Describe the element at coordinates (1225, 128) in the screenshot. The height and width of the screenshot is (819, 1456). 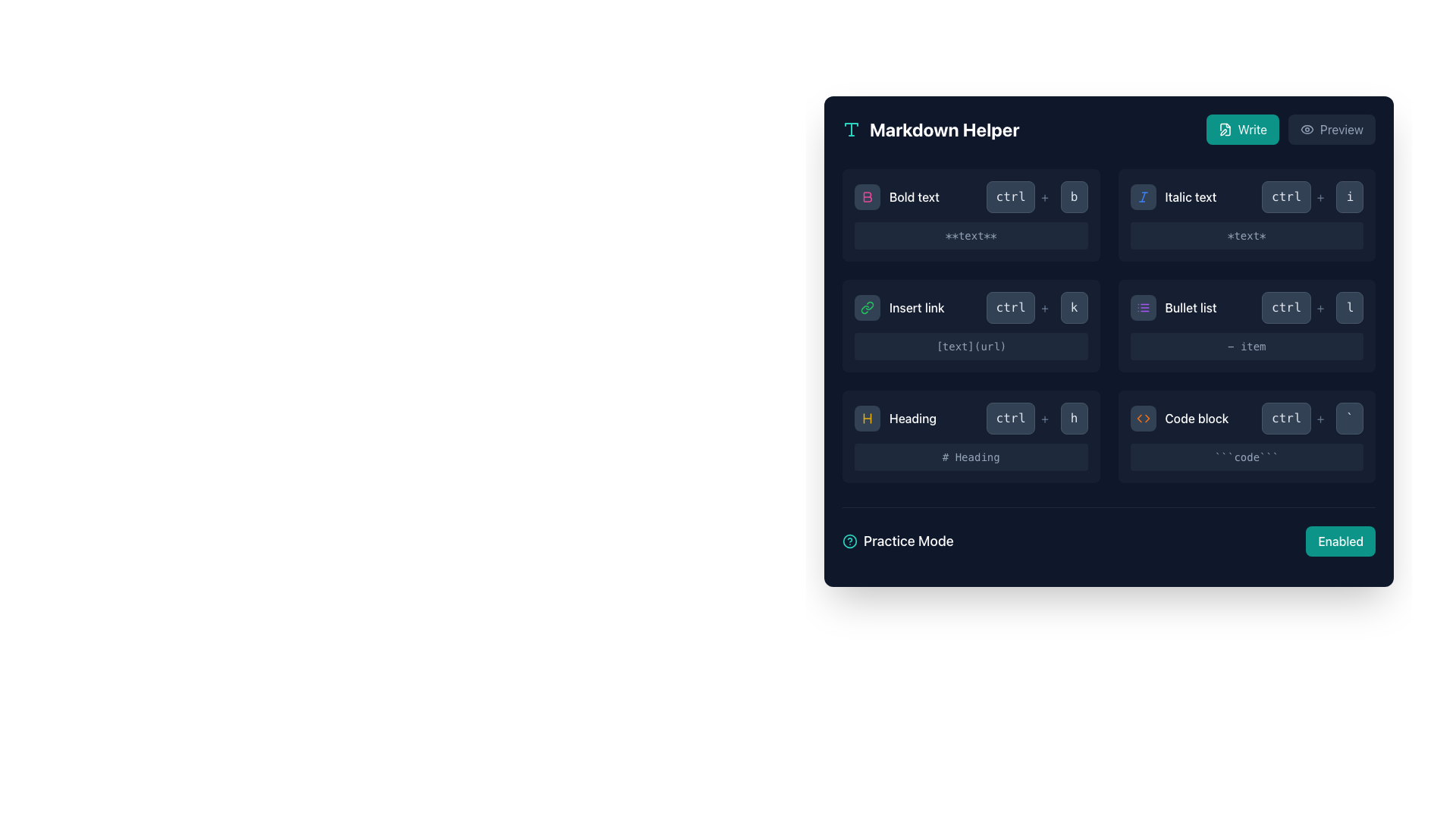
I see `the editing icon resembling a file with a pen on it located in the top-right corner of the 'Markdown Helper' interface` at that location.